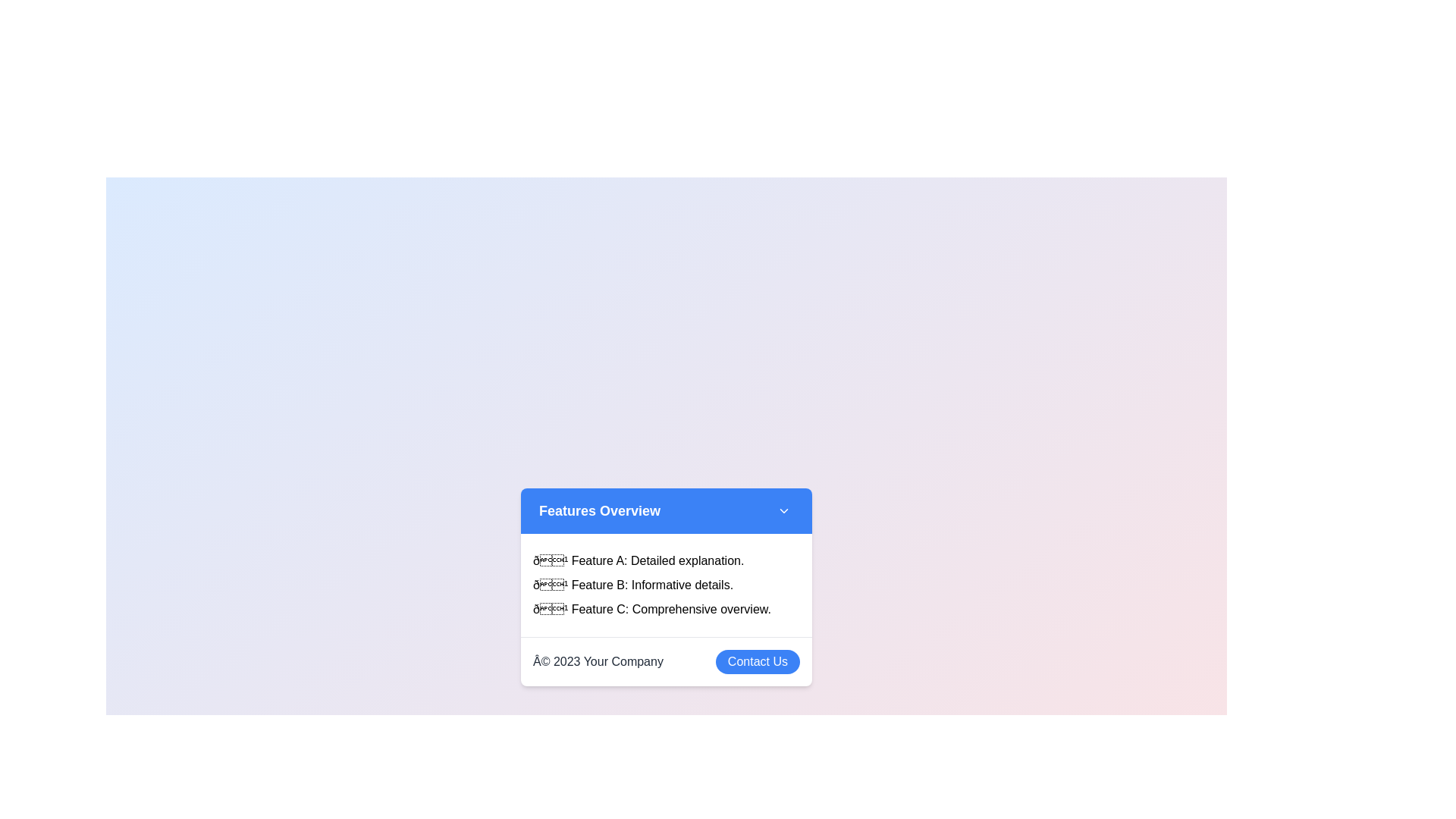  What do you see at coordinates (783, 510) in the screenshot?
I see `the chevron icon located in the top-right corner of the blue header labeled 'Features Overview'` at bounding box center [783, 510].